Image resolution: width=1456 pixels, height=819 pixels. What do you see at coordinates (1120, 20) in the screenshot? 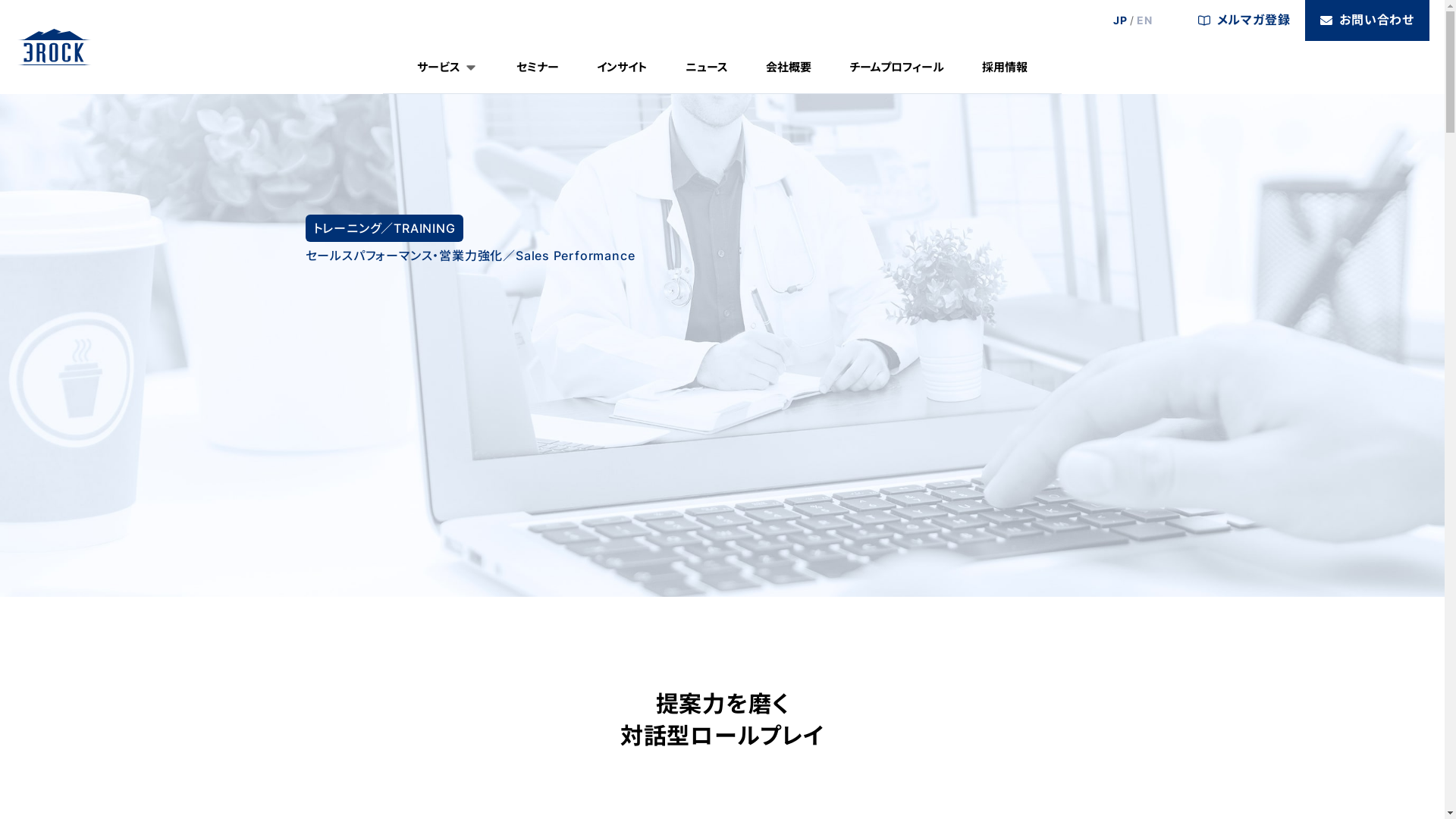
I see `'JP'` at bounding box center [1120, 20].